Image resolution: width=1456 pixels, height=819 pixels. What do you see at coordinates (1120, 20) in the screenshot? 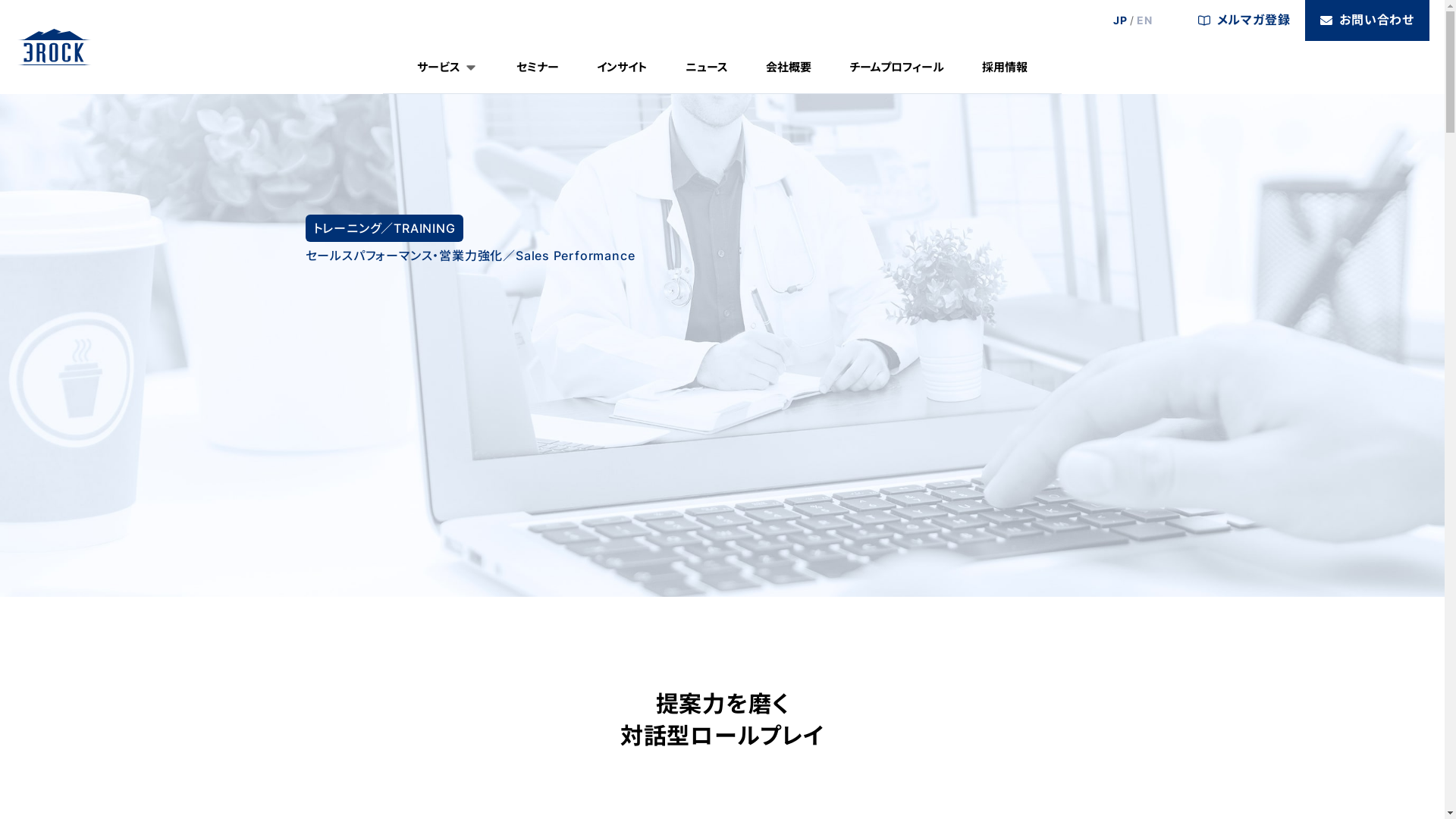
I see `'JP'` at bounding box center [1120, 20].